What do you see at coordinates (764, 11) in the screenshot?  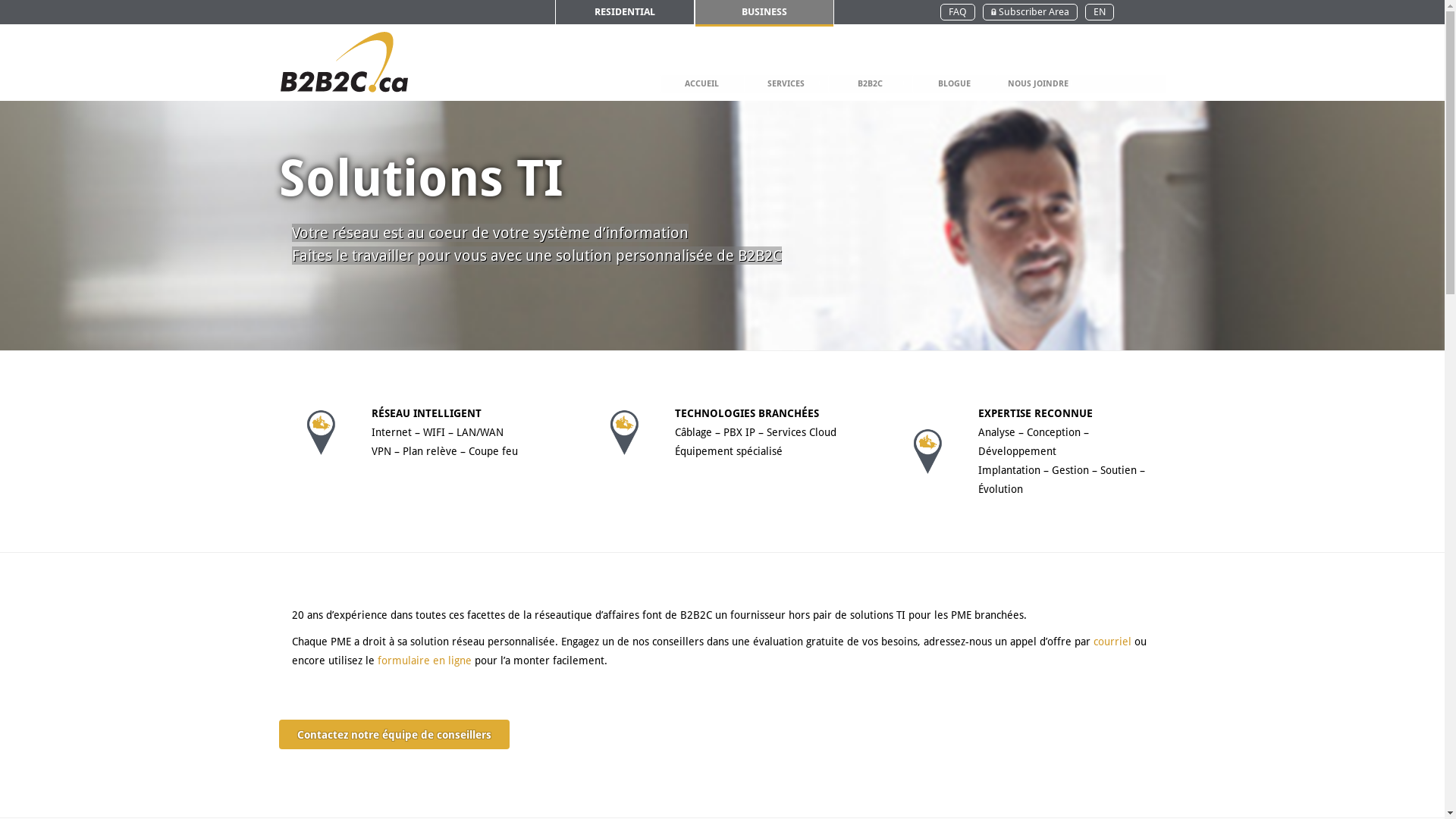 I see `'BUSINESS'` at bounding box center [764, 11].